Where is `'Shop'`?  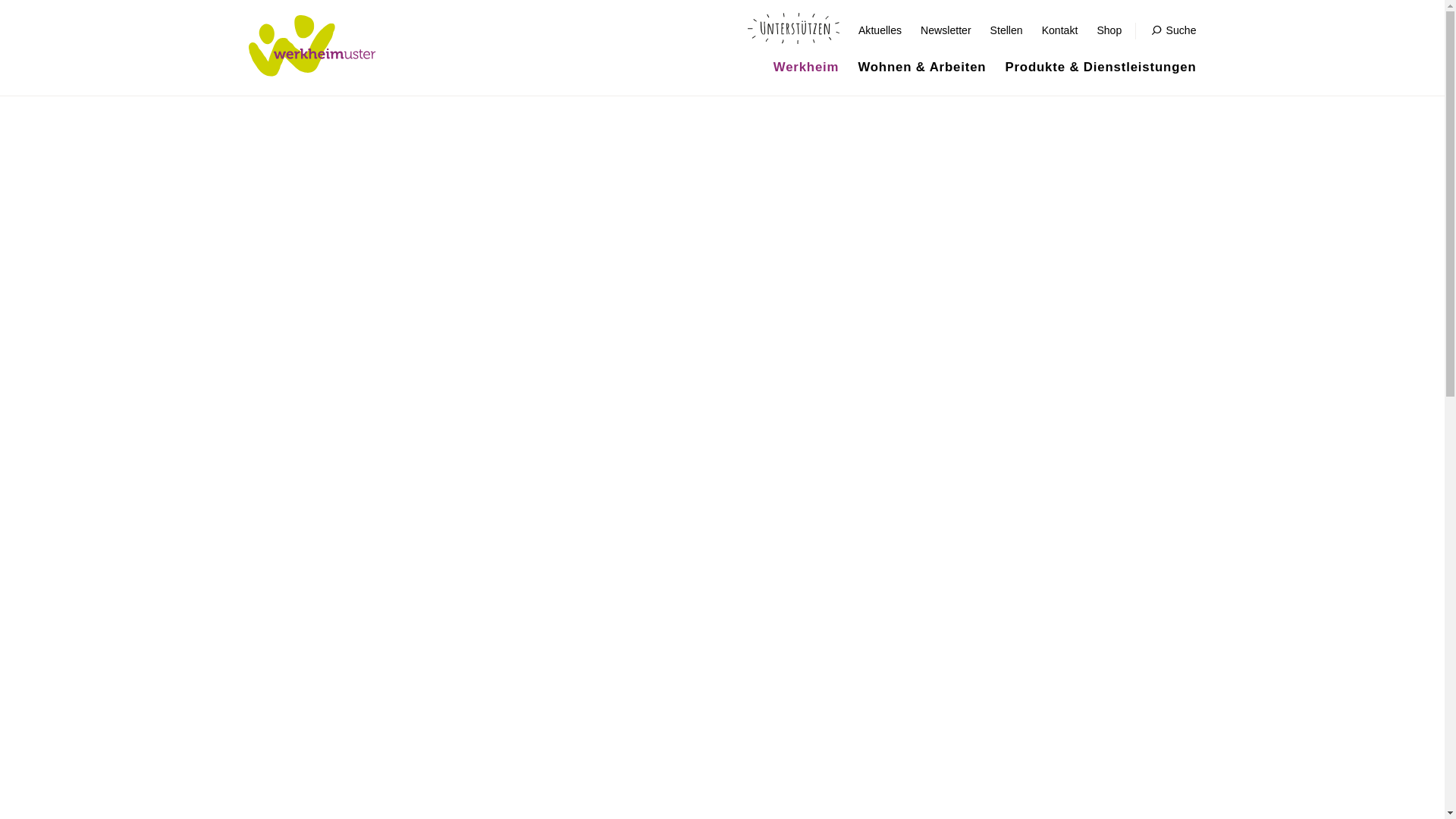 'Shop' is located at coordinates (1109, 30).